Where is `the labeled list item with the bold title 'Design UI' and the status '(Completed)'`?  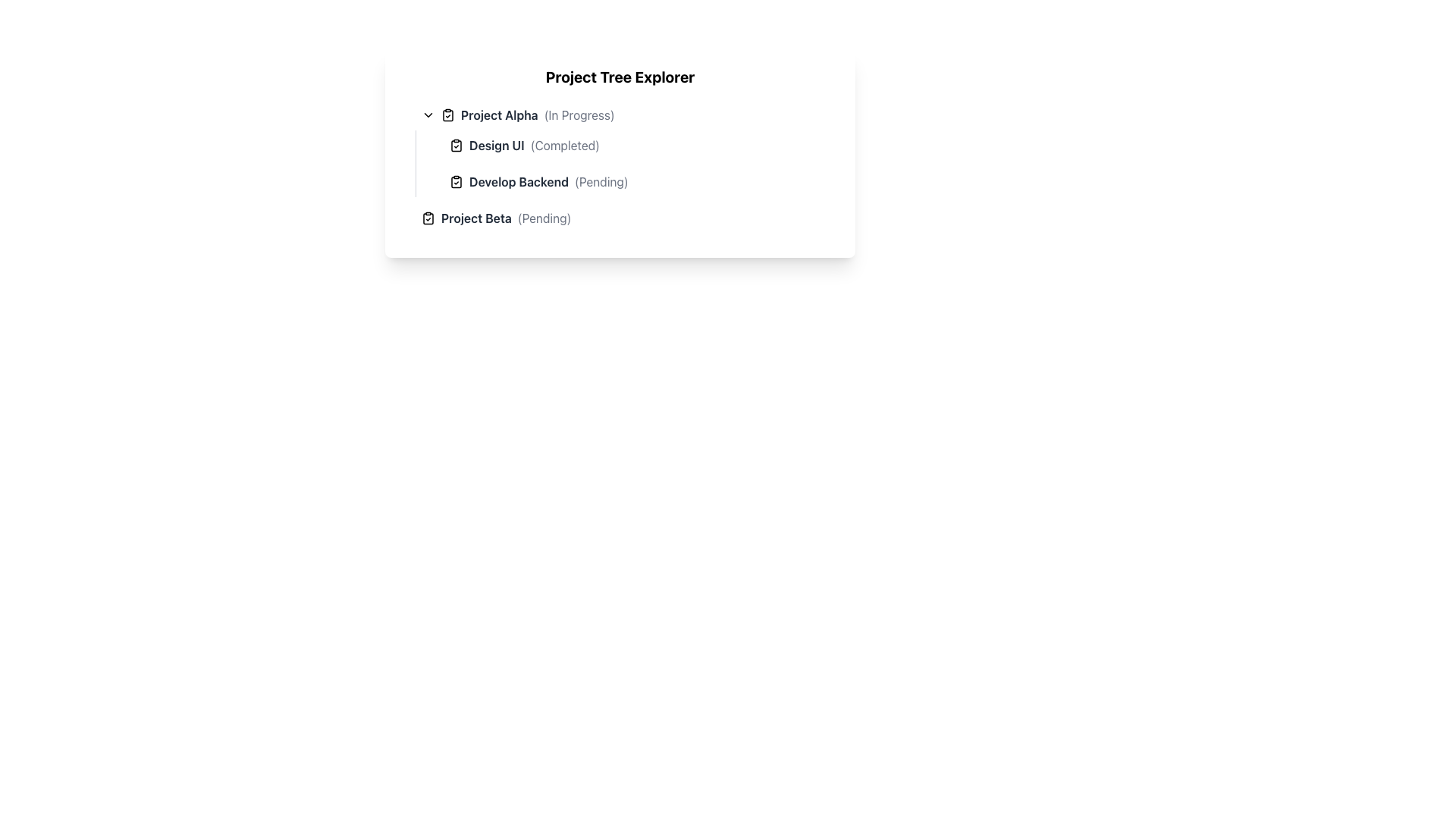
the labeled list item with the bold title 'Design UI' and the status '(Completed)' is located at coordinates (634, 146).